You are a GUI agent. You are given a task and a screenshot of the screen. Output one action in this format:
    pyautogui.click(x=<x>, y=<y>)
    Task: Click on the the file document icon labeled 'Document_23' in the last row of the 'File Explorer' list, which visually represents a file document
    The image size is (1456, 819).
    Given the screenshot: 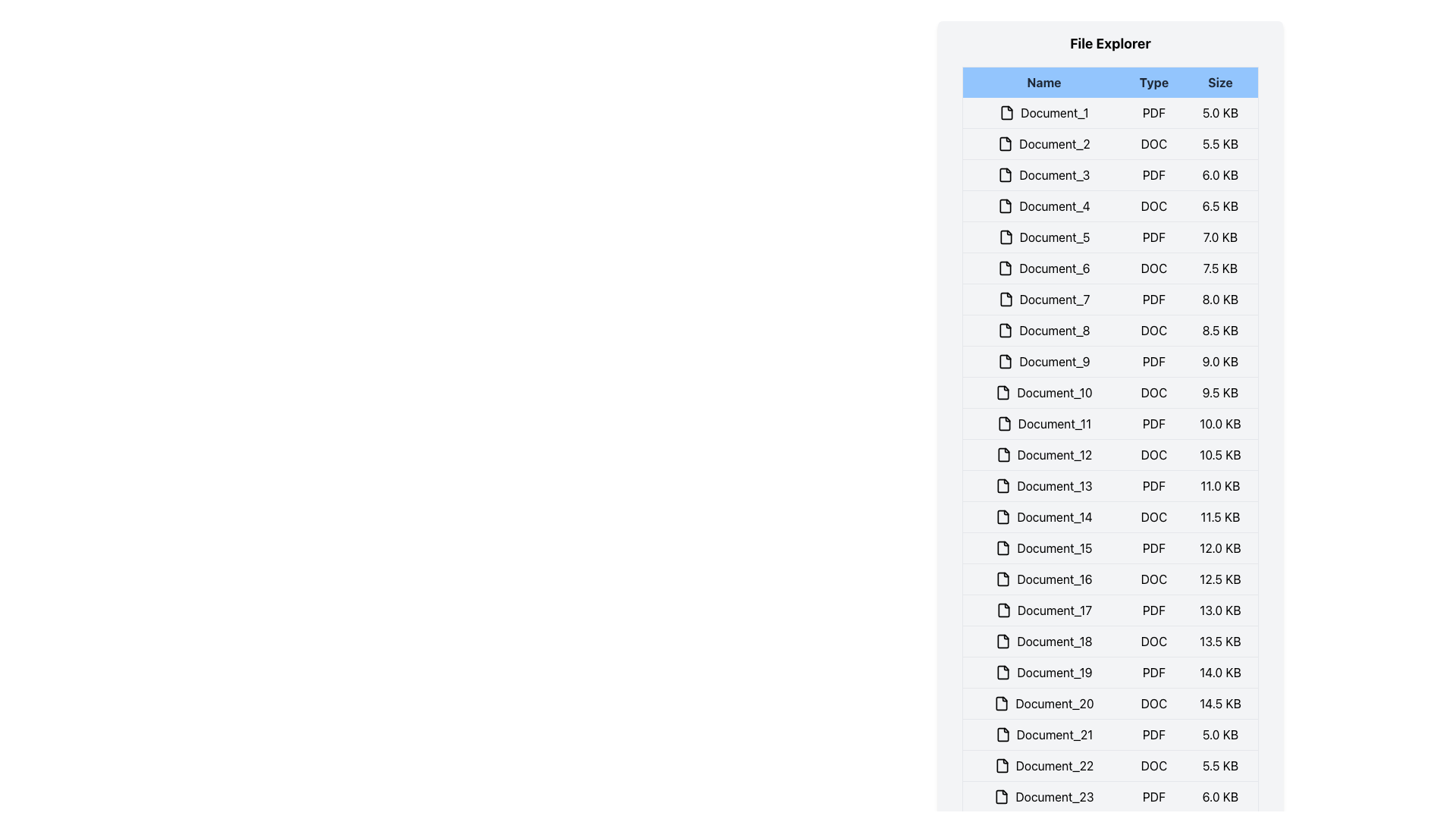 What is the action you would take?
    pyautogui.click(x=1002, y=795)
    